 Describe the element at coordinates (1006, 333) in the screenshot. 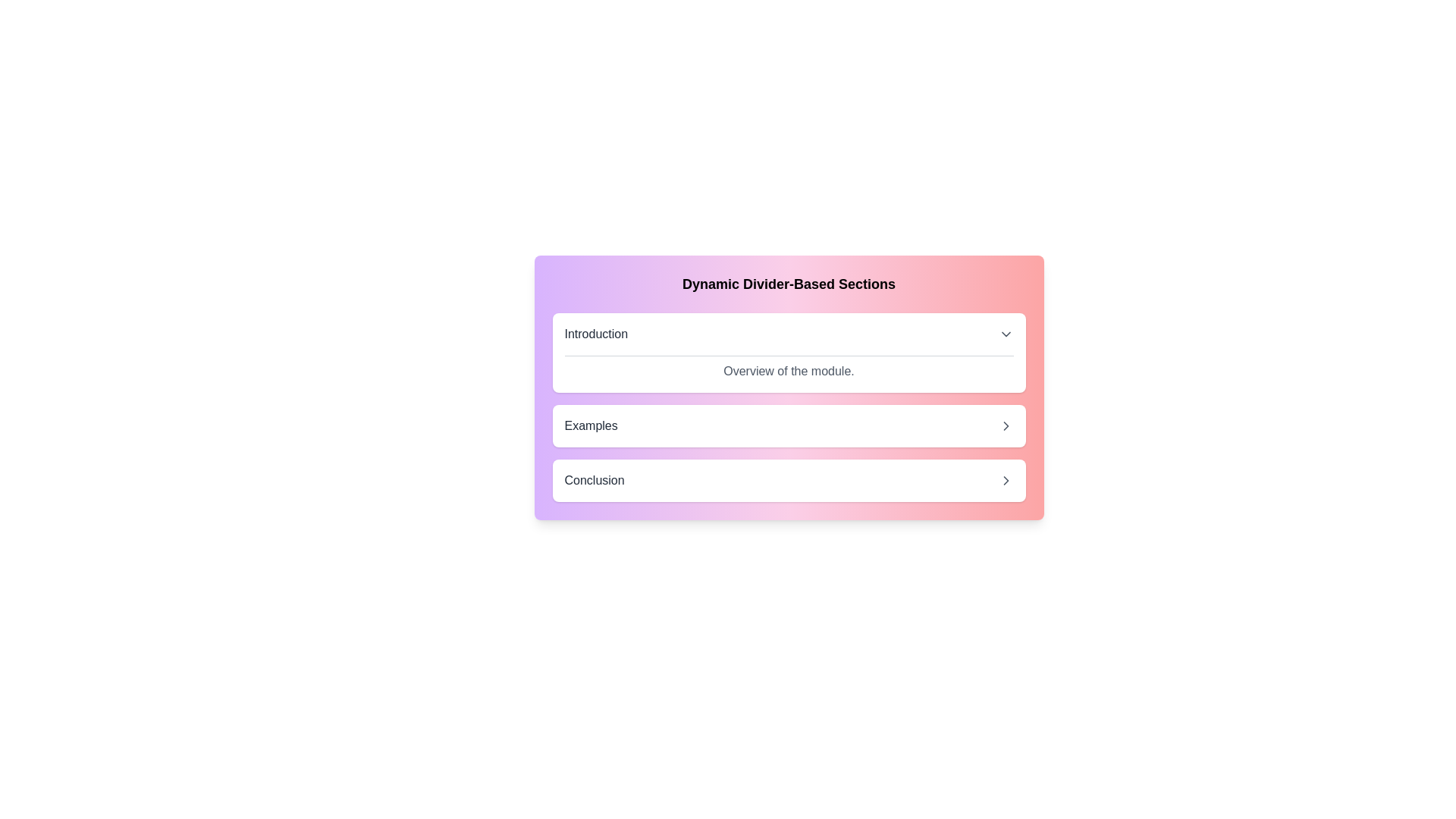

I see `the Dropdown toggle icon located to the right of the 'Introduction' text` at that location.